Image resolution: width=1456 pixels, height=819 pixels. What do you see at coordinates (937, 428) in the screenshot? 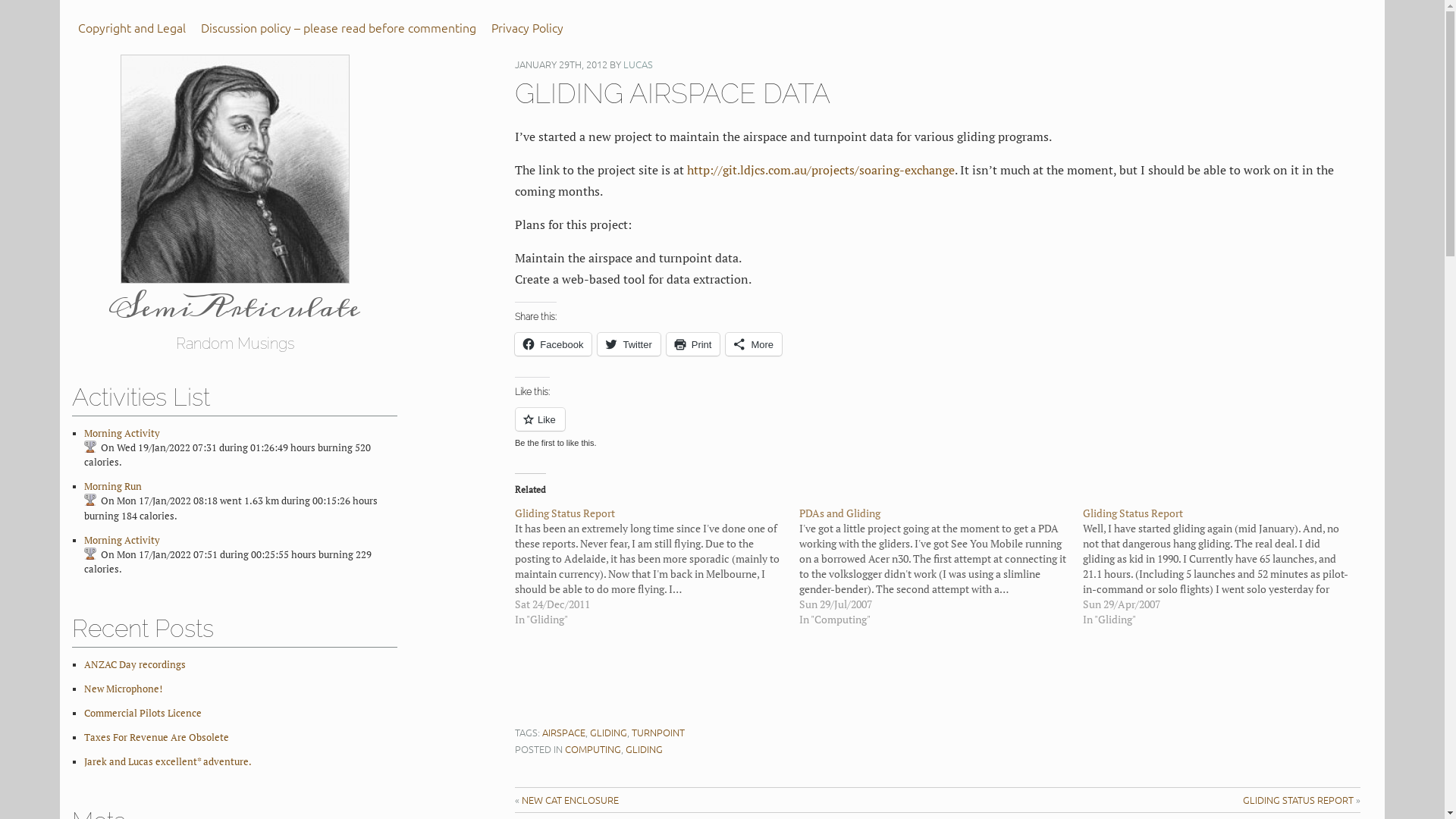
I see `'Like or Reblog'` at bounding box center [937, 428].